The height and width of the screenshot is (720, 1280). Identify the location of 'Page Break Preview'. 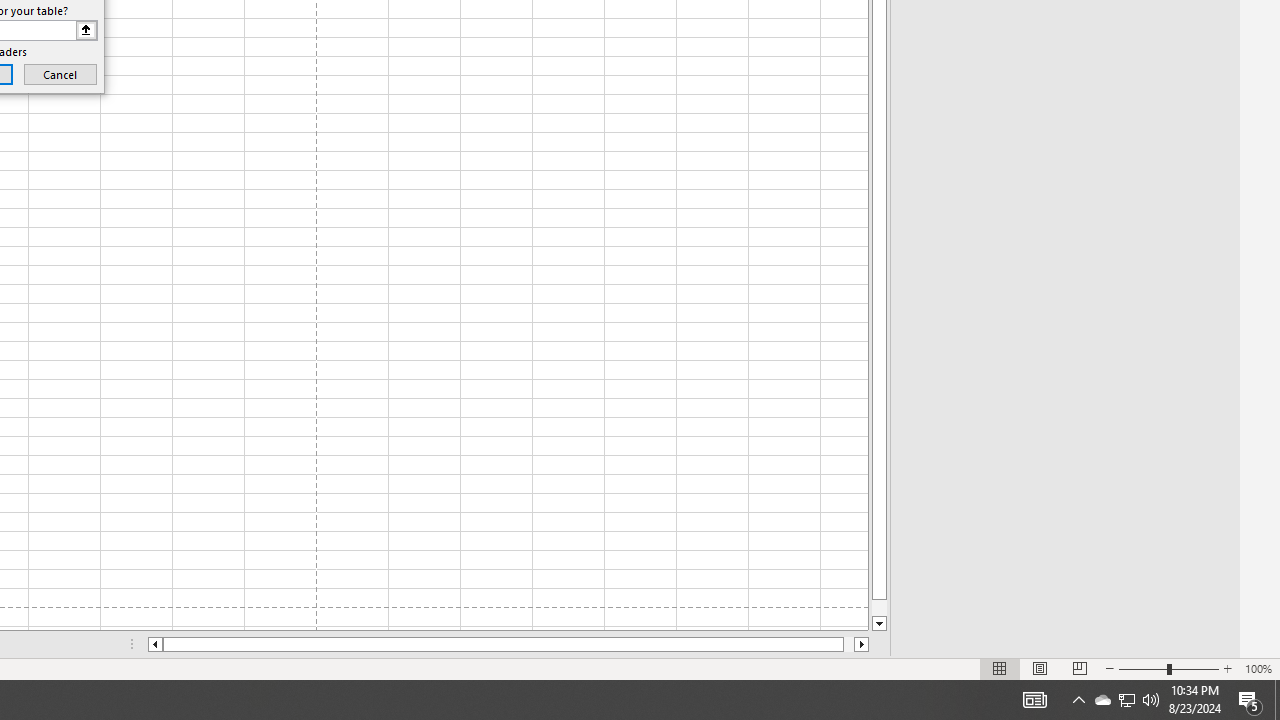
(1078, 669).